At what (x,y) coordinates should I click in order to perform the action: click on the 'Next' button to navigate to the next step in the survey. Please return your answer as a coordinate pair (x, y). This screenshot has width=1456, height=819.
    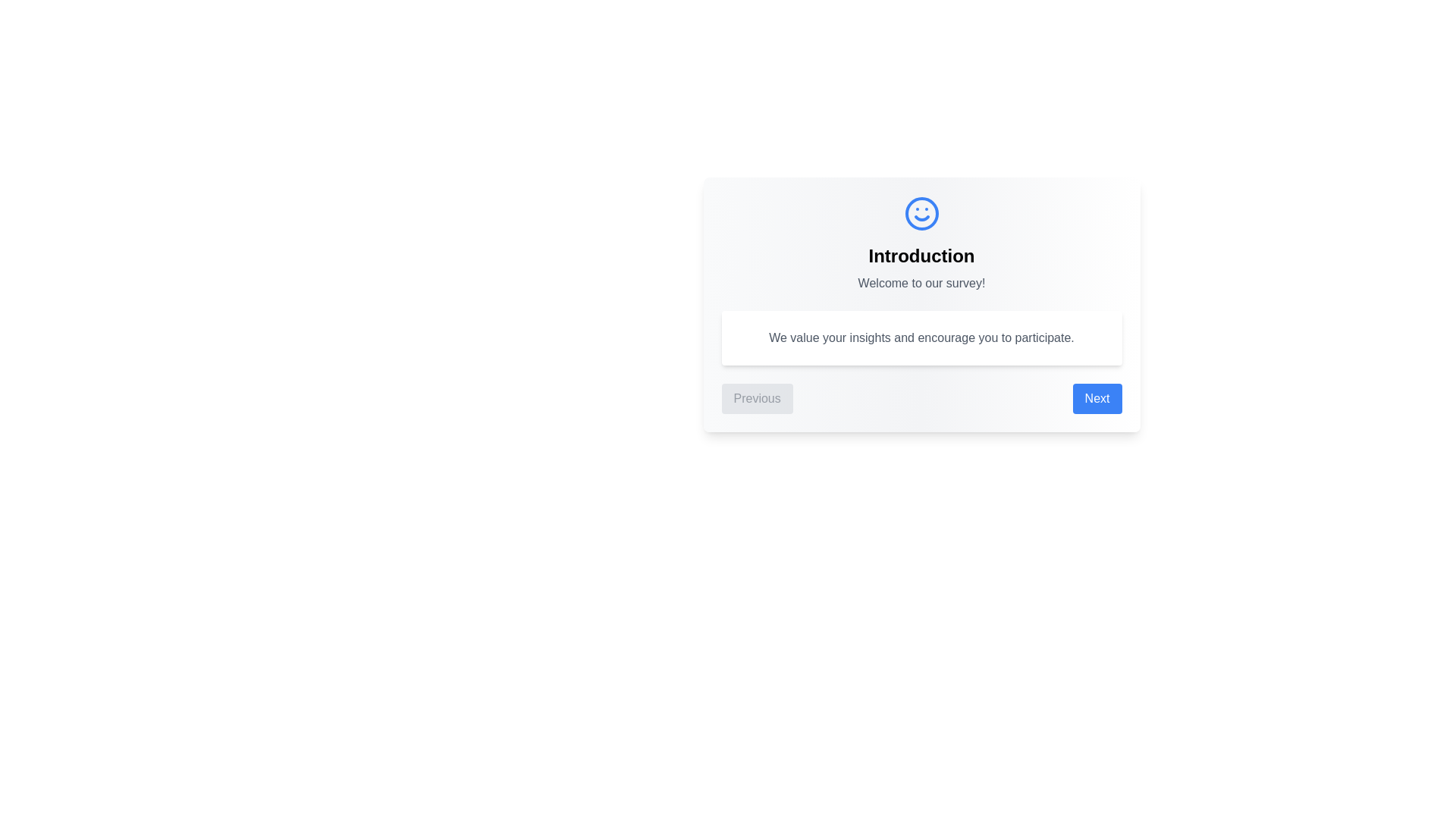
    Looking at the image, I should click on (1097, 397).